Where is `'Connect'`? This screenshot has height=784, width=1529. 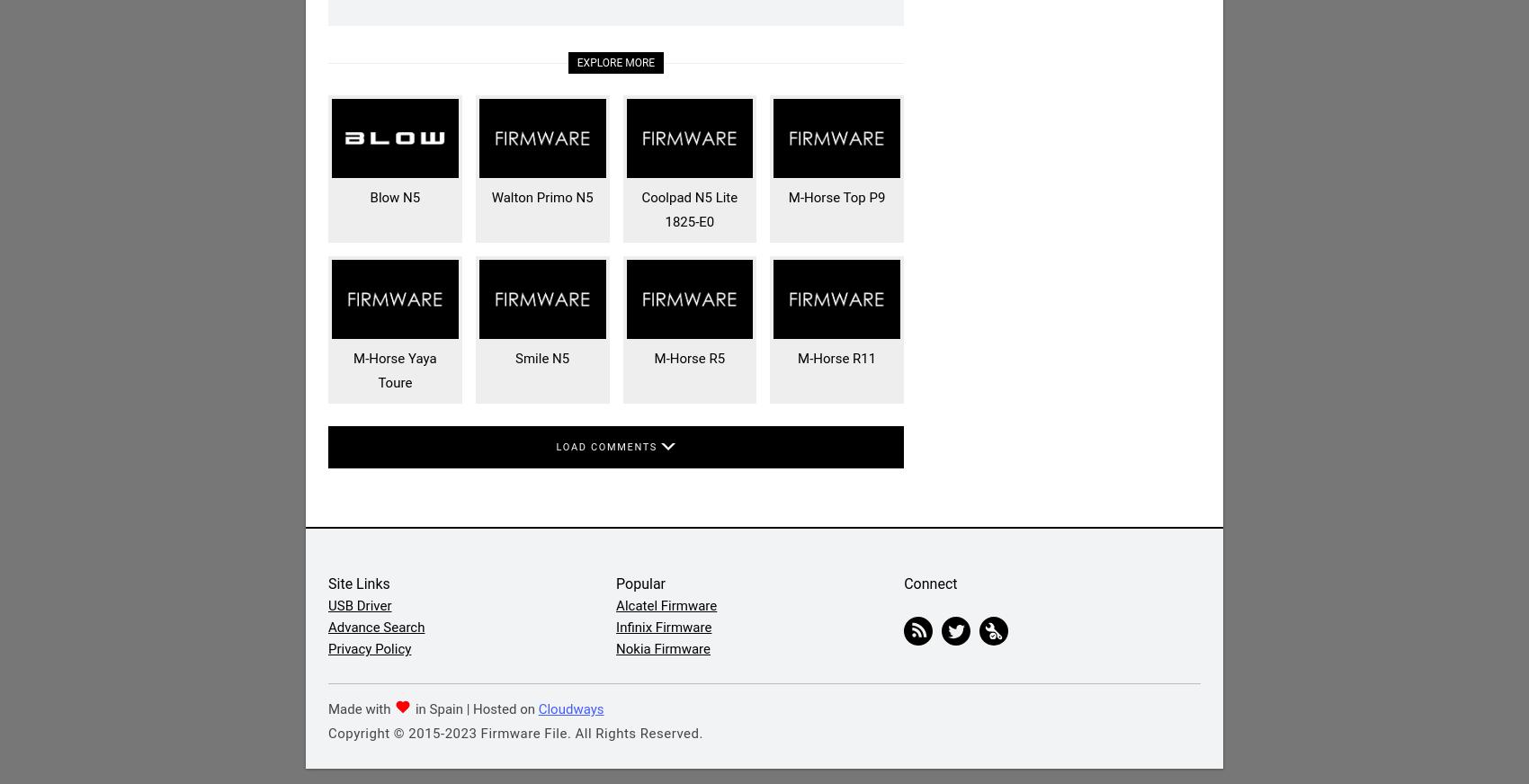 'Connect' is located at coordinates (929, 584).